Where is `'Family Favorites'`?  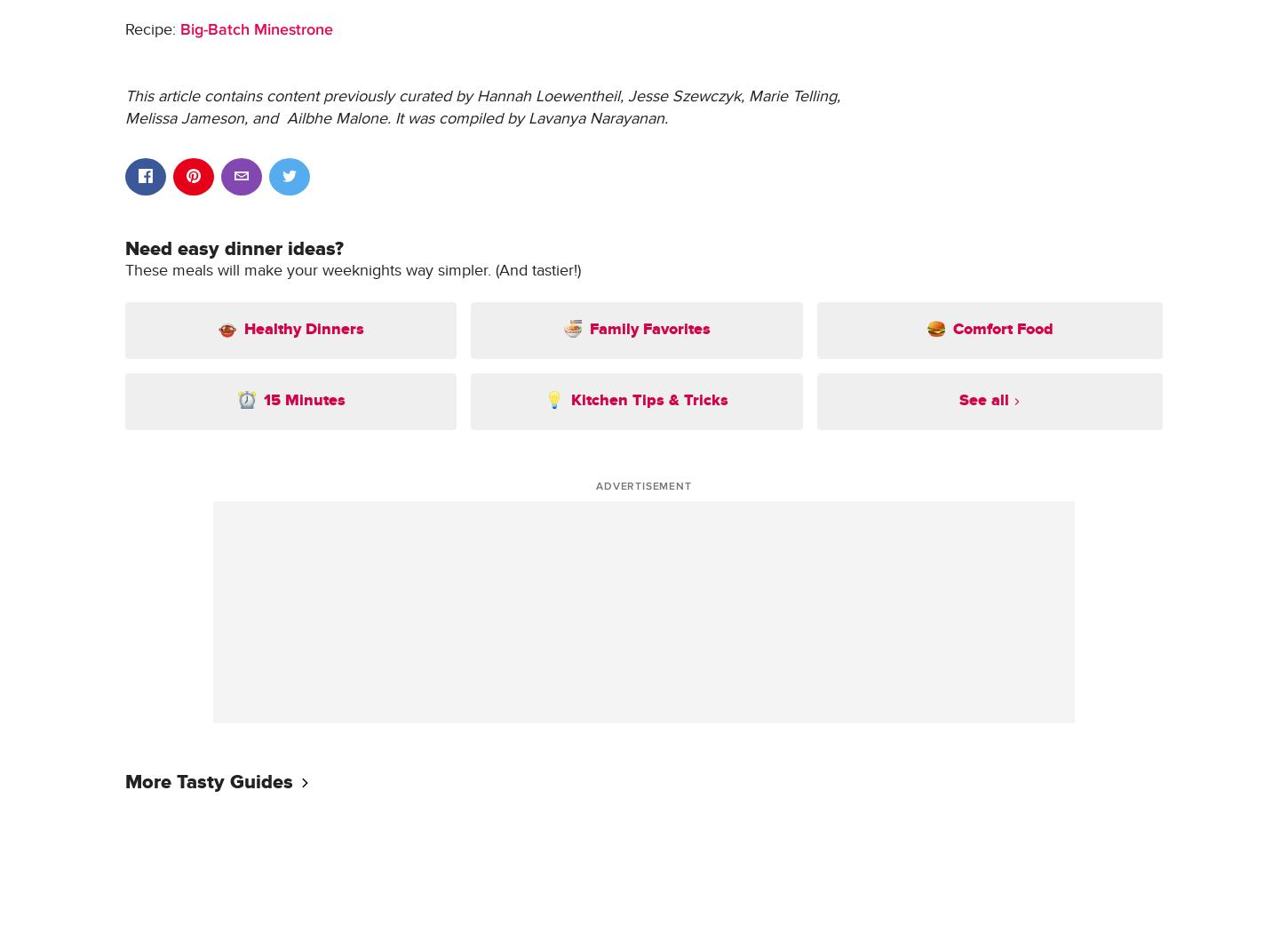
'Family Favorites' is located at coordinates (648, 330).